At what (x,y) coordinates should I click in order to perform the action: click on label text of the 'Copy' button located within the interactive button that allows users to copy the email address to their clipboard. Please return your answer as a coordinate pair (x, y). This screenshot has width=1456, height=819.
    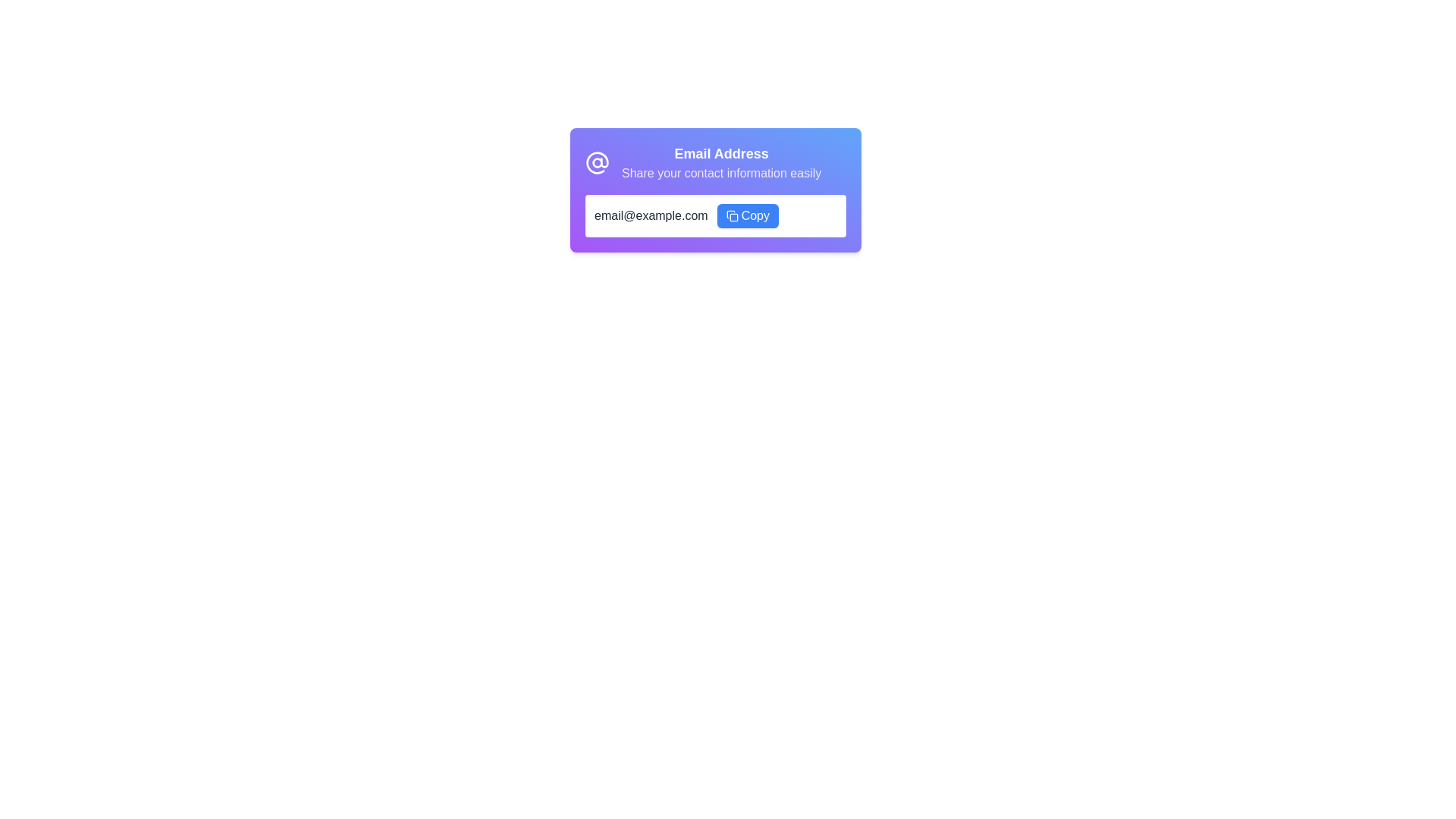
    Looking at the image, I should click on (748, 216).